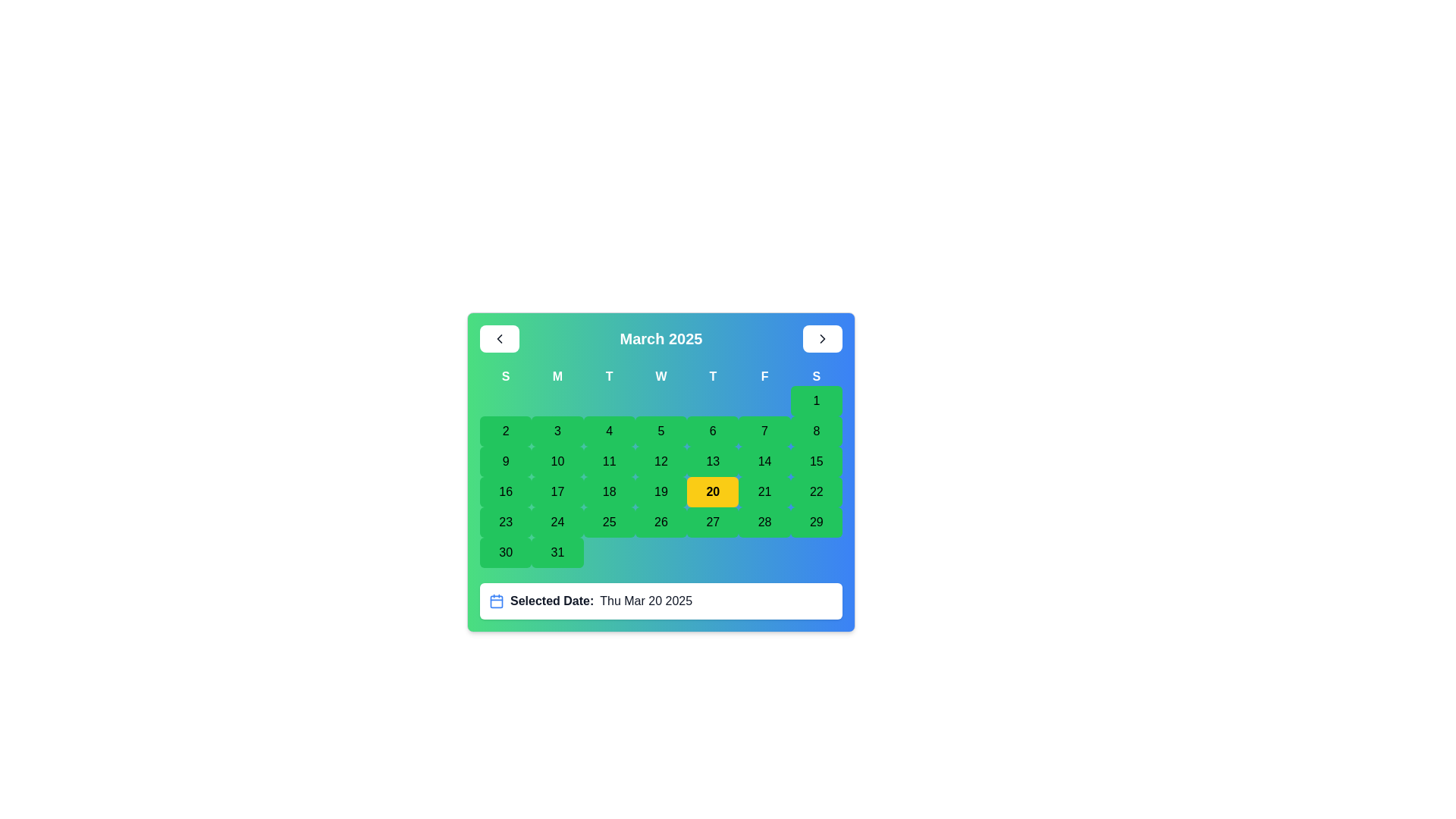 This screenshot has width=1456, height=819. Describe the element at coordinates (712, 461) in the screenshot. I see `the button representing the date '13'` at that location.